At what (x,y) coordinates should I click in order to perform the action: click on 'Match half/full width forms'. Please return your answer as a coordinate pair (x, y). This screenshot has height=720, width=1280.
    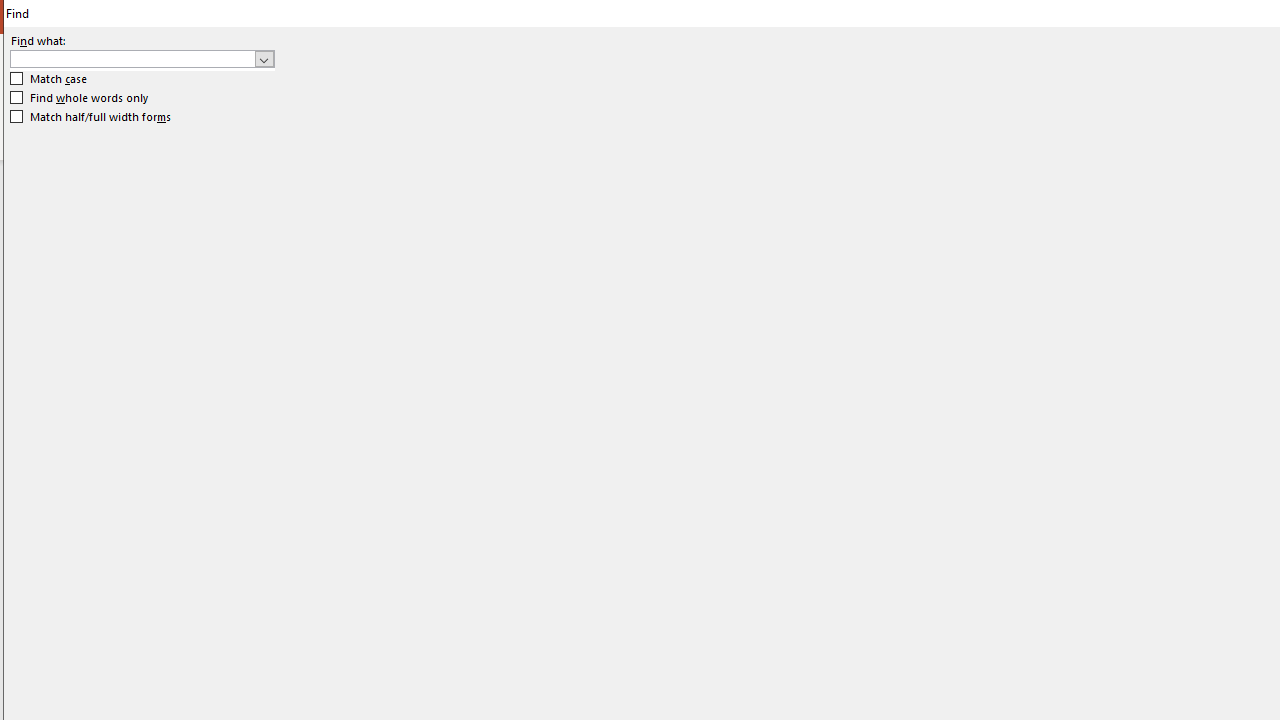
    Looking at the image, I should click on (90, 117).